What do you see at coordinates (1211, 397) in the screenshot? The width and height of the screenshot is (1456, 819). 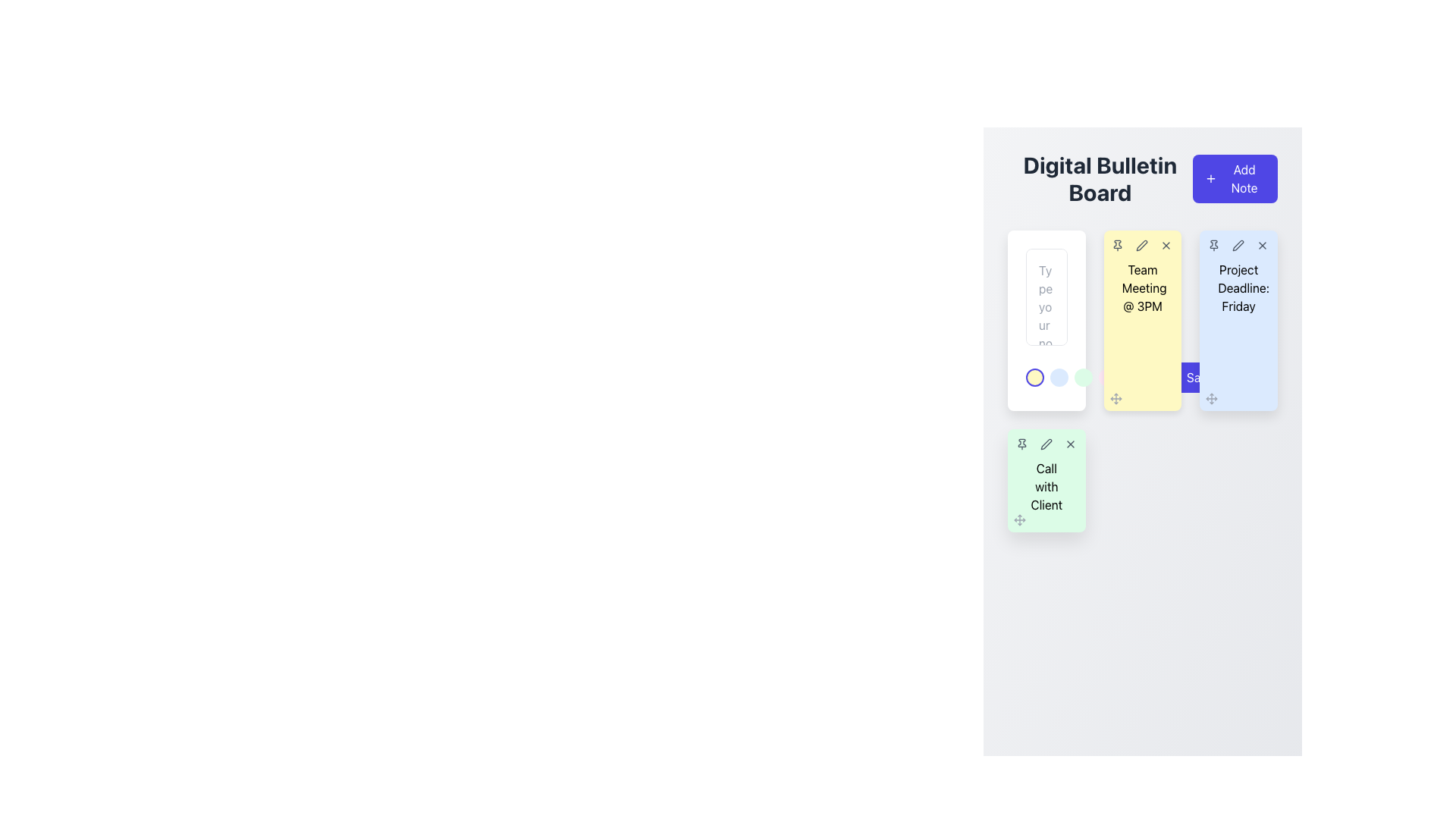 I see `the compact icon resembling four arrows pointing outward, located at the bottom-left corner of the blue card labeled 'Project Deadline: Friday'` at bounding box center [1211, 397].